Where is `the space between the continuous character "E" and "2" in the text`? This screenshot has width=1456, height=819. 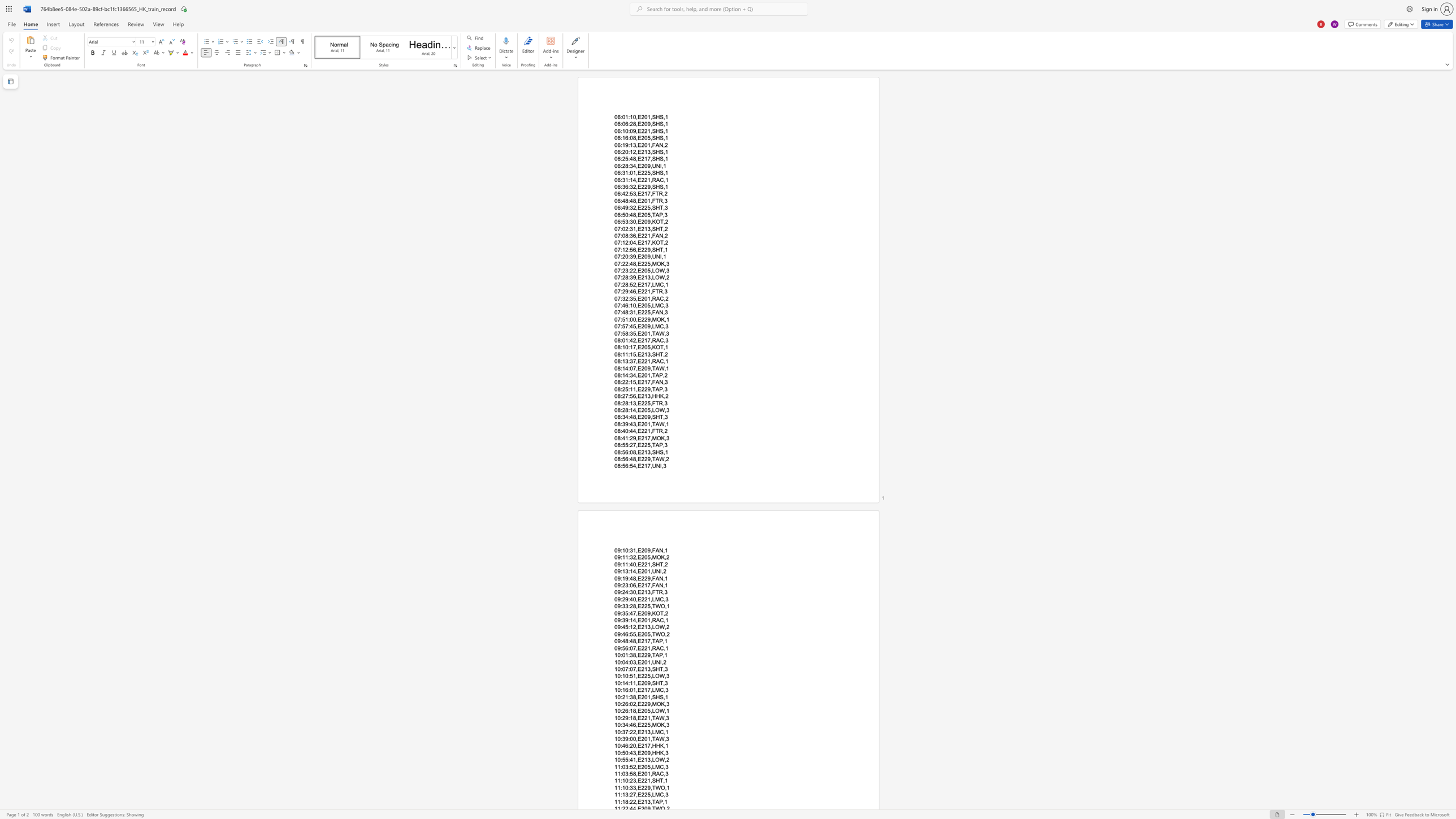 the space between the continuous character "E" and "2" in the text is located at coordinates (640, 277).